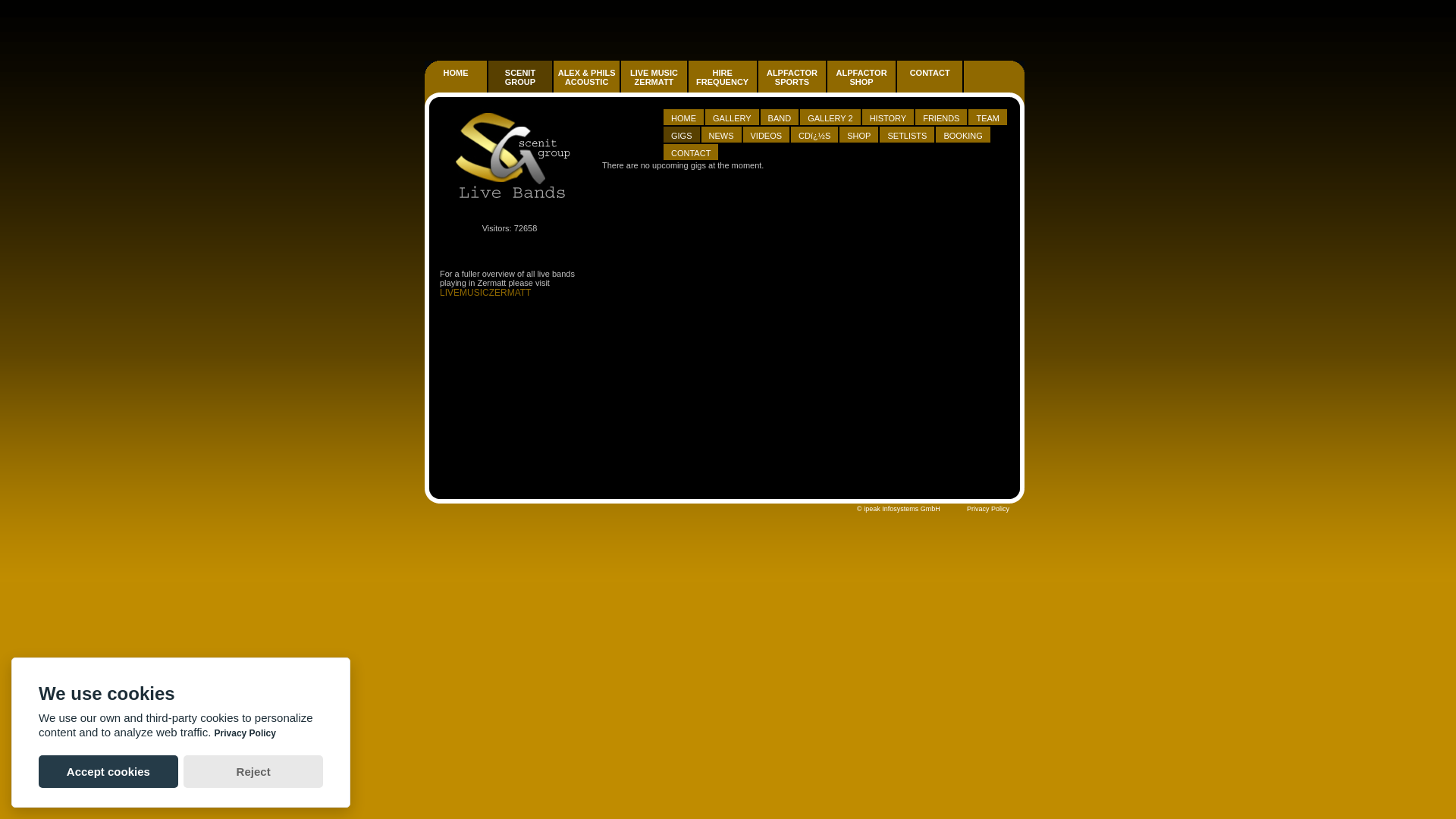 This screenshot has height=819, width=1456. I want to click on 'ALPFACTOR, so click(791, 77).